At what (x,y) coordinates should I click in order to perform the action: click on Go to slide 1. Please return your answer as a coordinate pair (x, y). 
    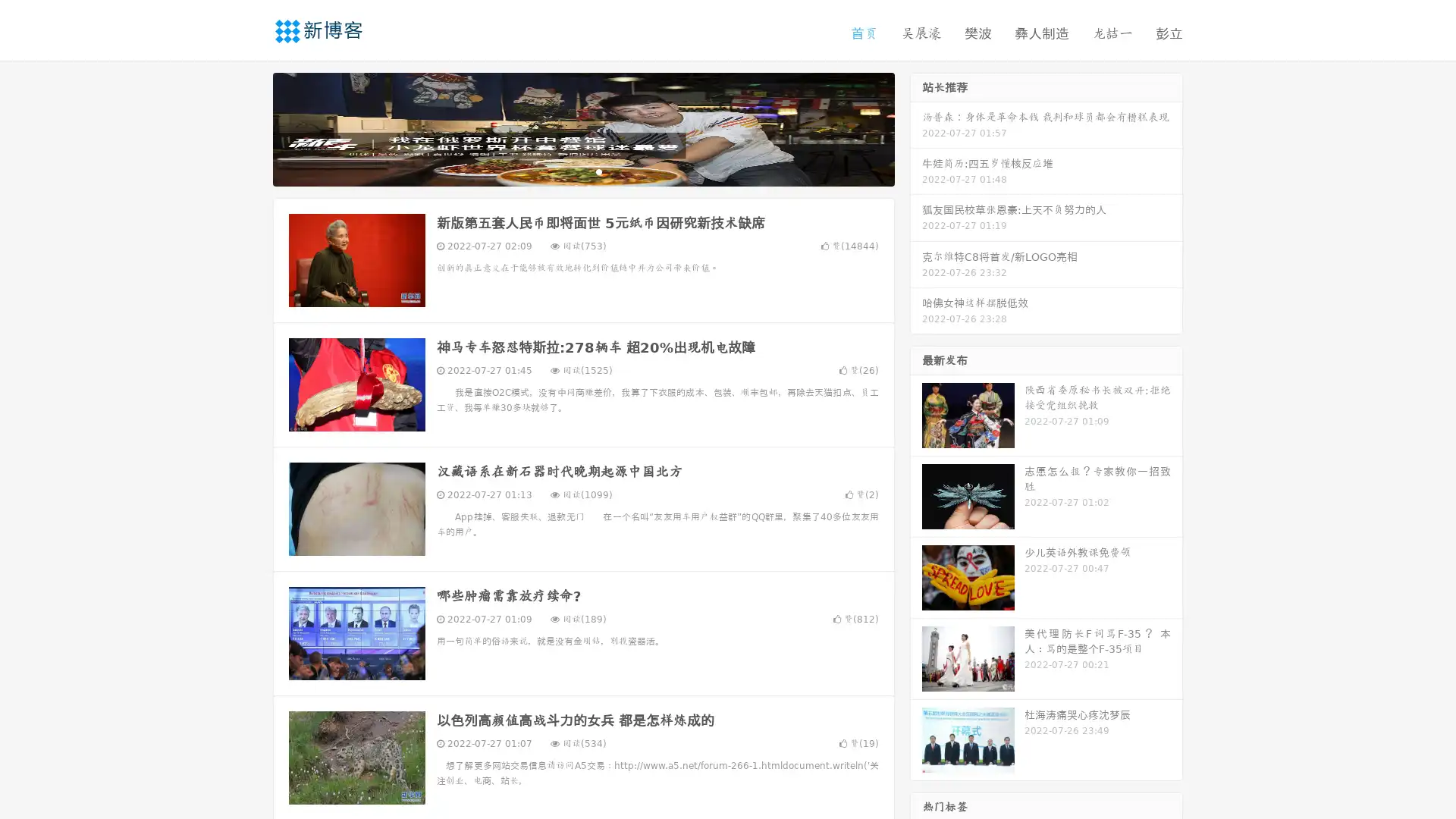
    Looking at the image, I should click on (567, 171).